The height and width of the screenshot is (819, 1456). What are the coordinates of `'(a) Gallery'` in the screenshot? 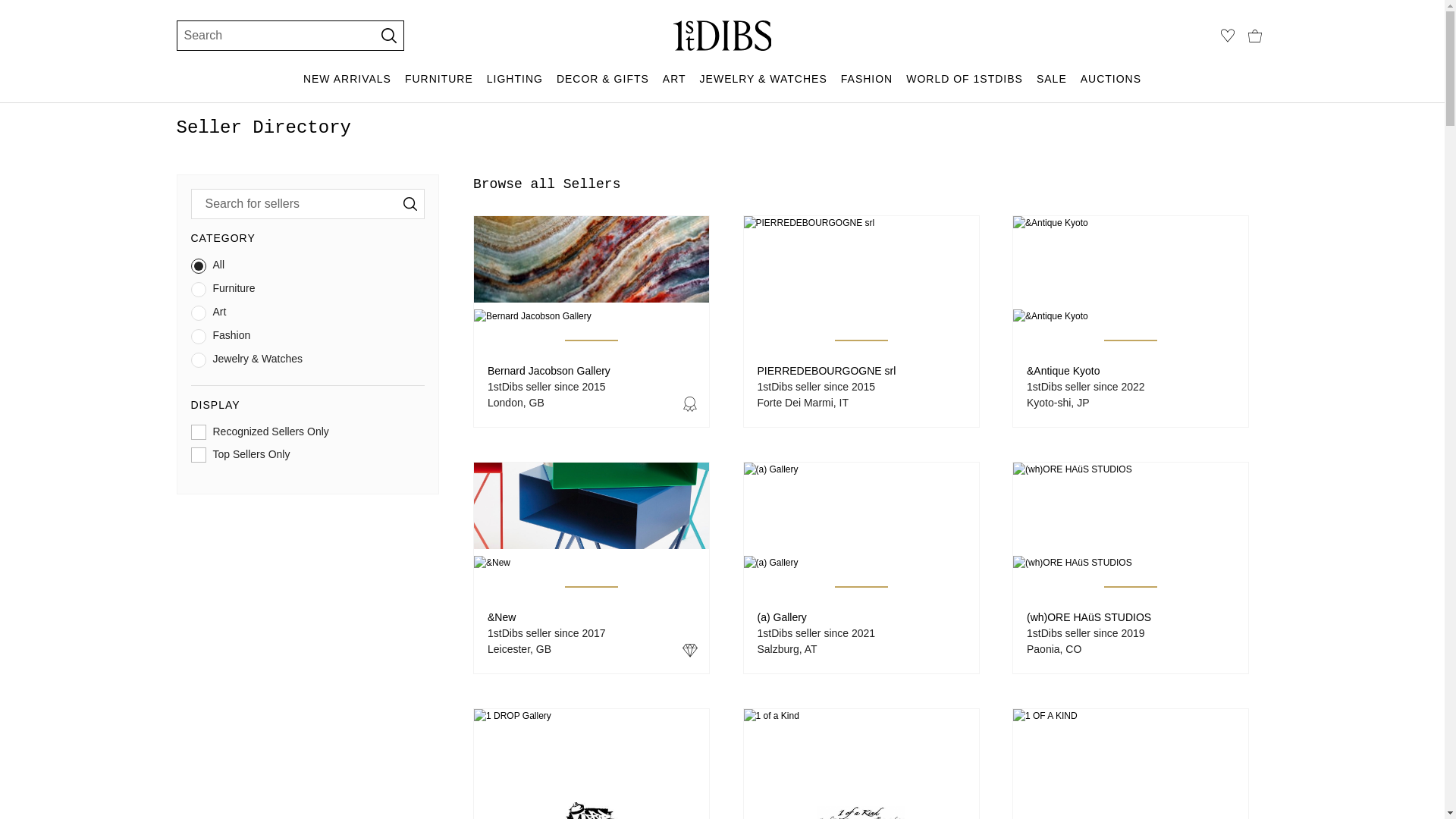 It's located at (781, 617).